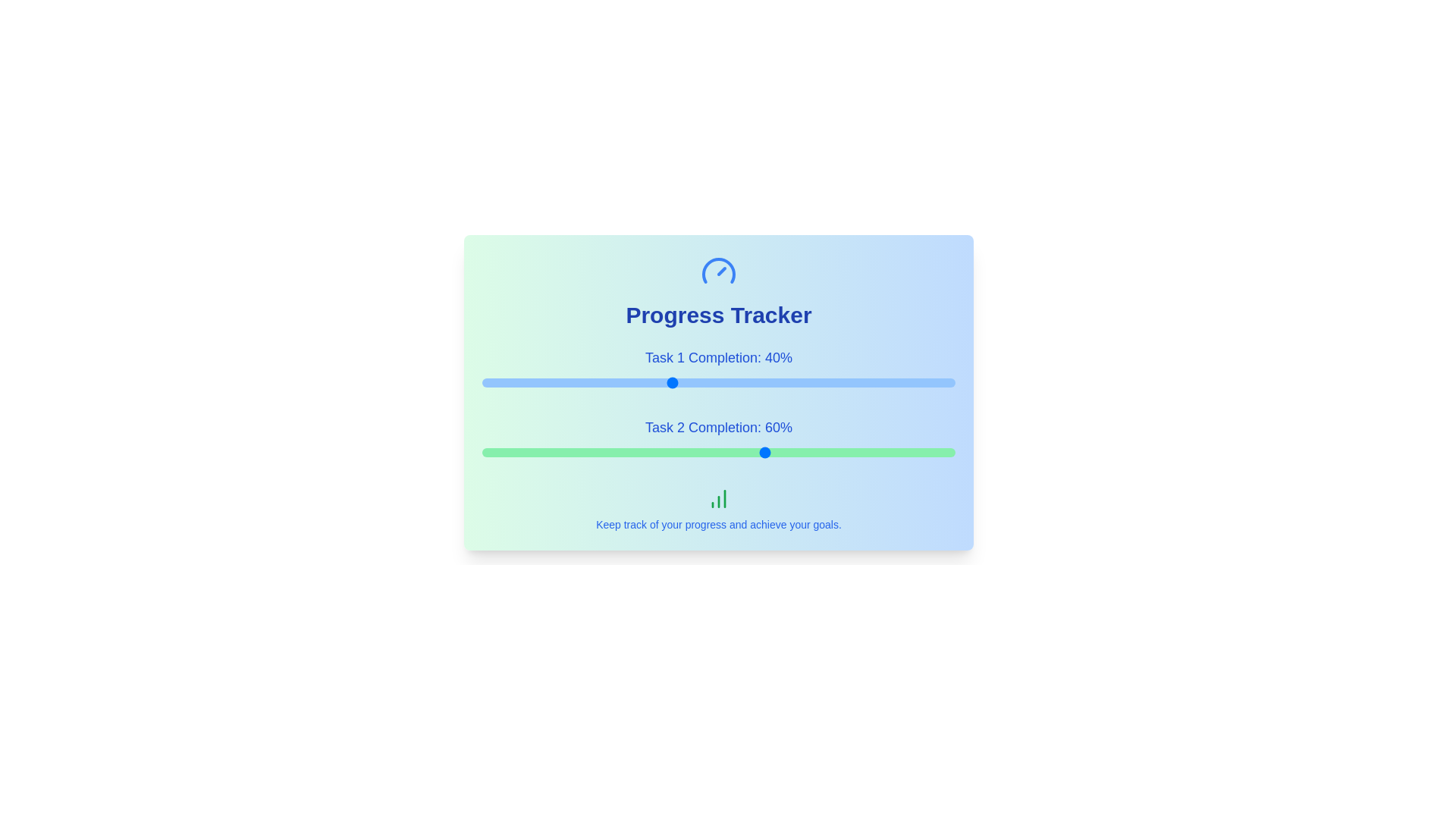  I want to click on the semi-circle arc of the gauge icon located at the top center above the 'Progress Tracker' header, so click(718, 268).